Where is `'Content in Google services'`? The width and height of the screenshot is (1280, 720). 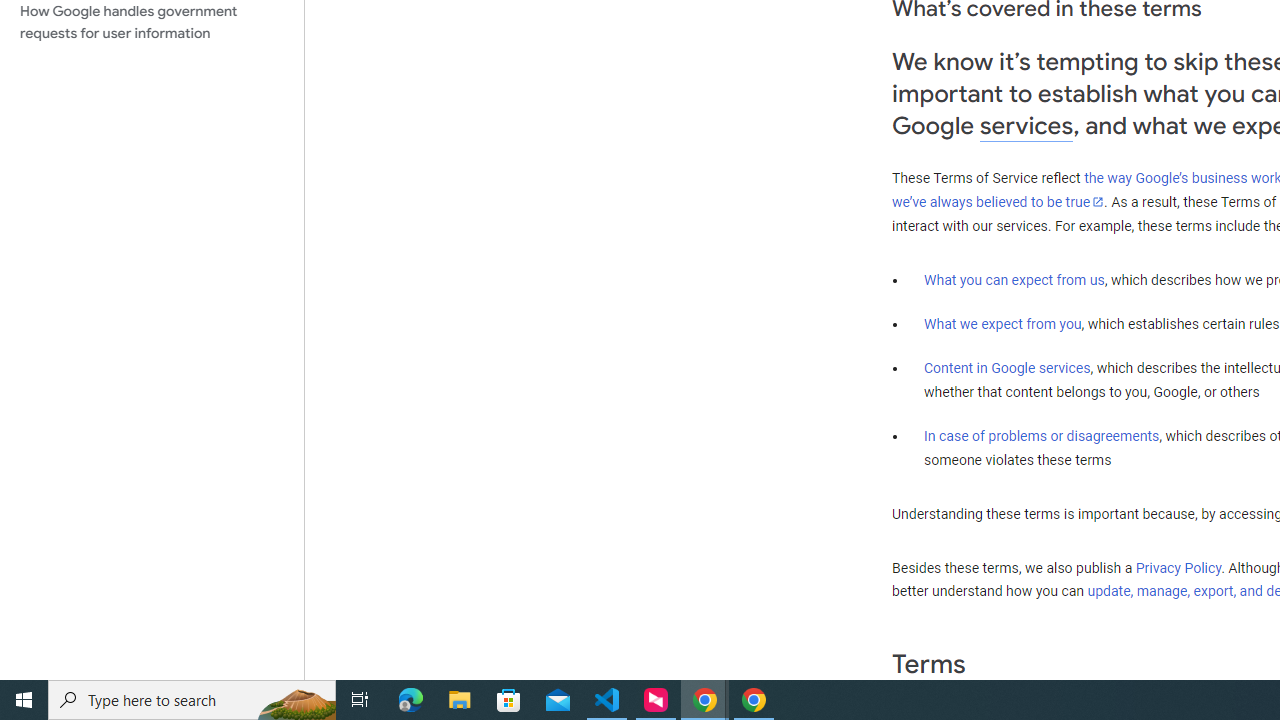 'Content in Google services' is located at coordinates (1007, 368).